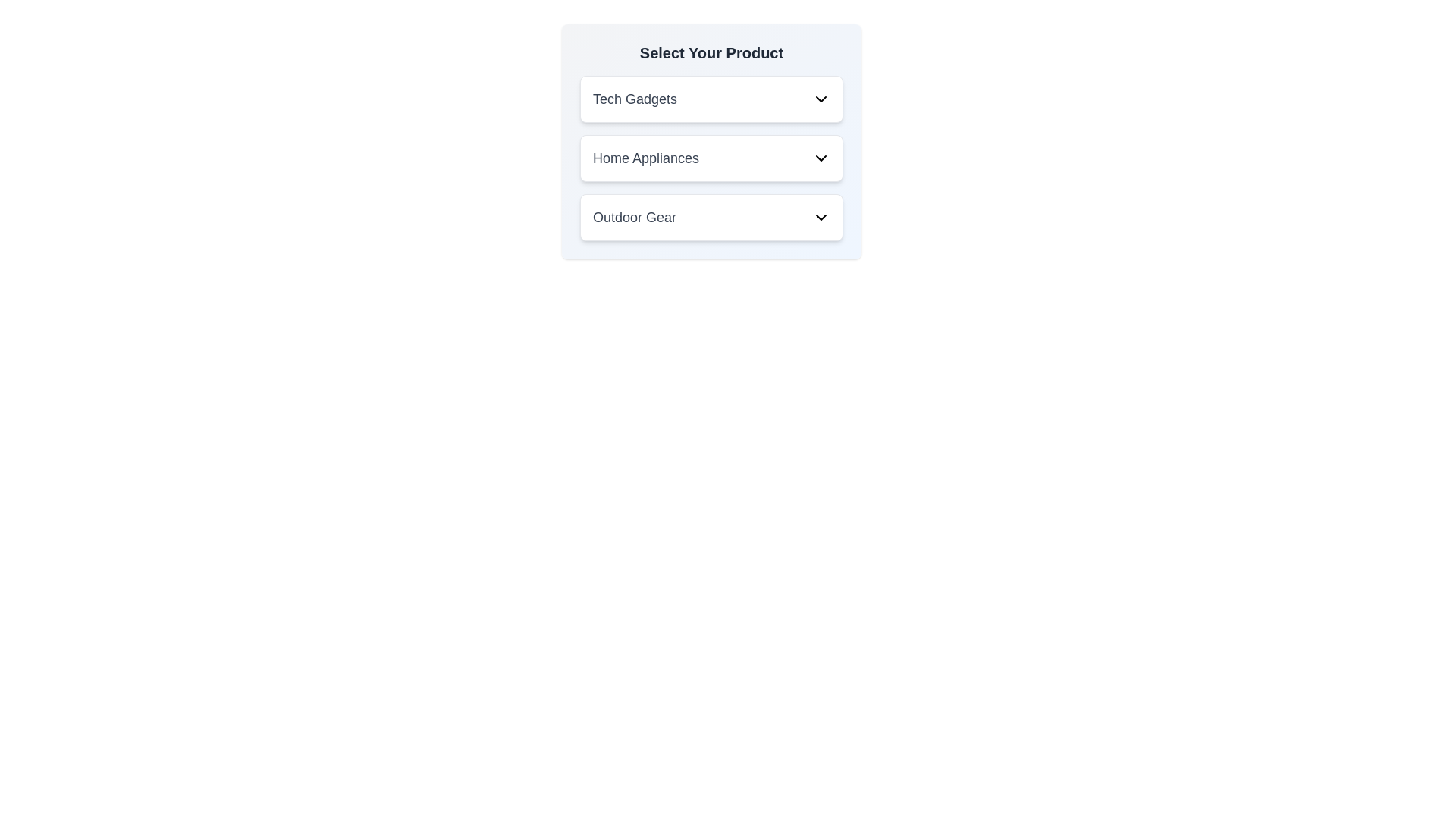 Image resolution: width=1456 pixels, height=819 pixels. Describe the element at coordinates (821, 217) in the screenshot. I see `the downward-facing chevron icon located to the right of the text 'Outdoor Gear'` at that location.